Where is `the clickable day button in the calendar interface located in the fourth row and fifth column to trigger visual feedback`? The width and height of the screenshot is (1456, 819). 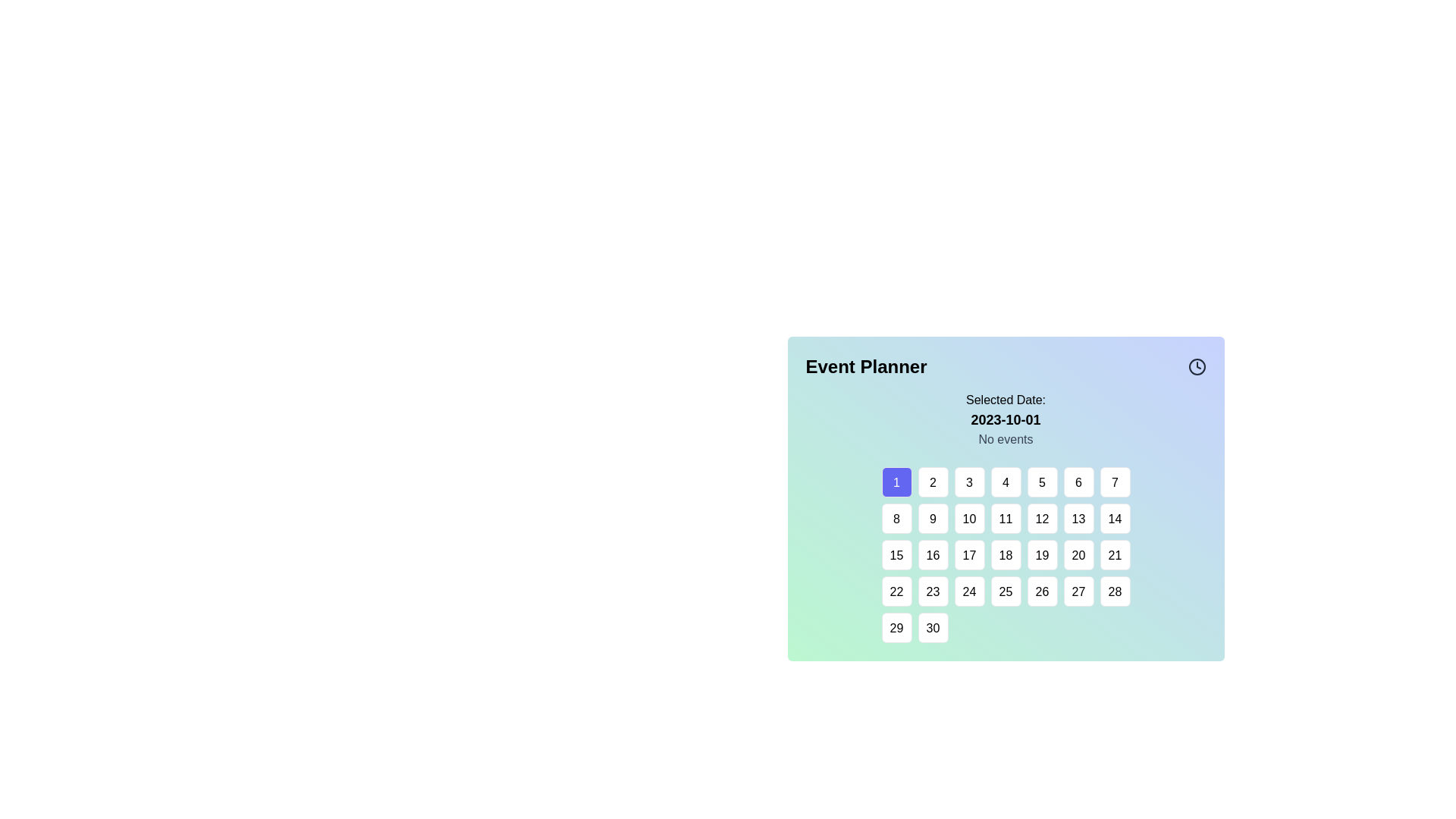
the clickable day button in the calendar interface located in the fourth row and fifth column to trigger visual feedback is located at coordinates (1041, 590).